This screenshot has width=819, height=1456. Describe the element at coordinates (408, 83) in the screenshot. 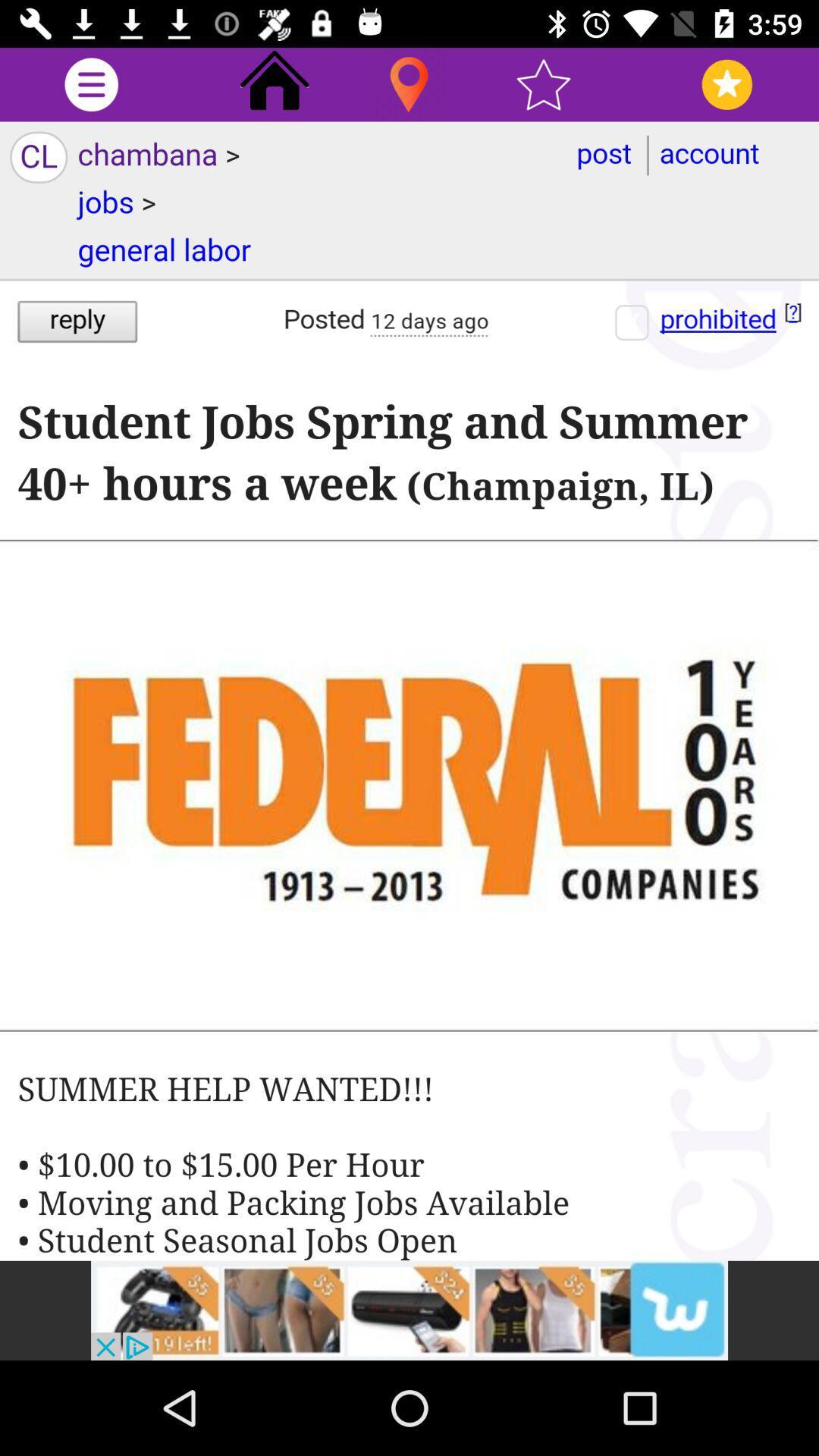

I see `location` at that location.